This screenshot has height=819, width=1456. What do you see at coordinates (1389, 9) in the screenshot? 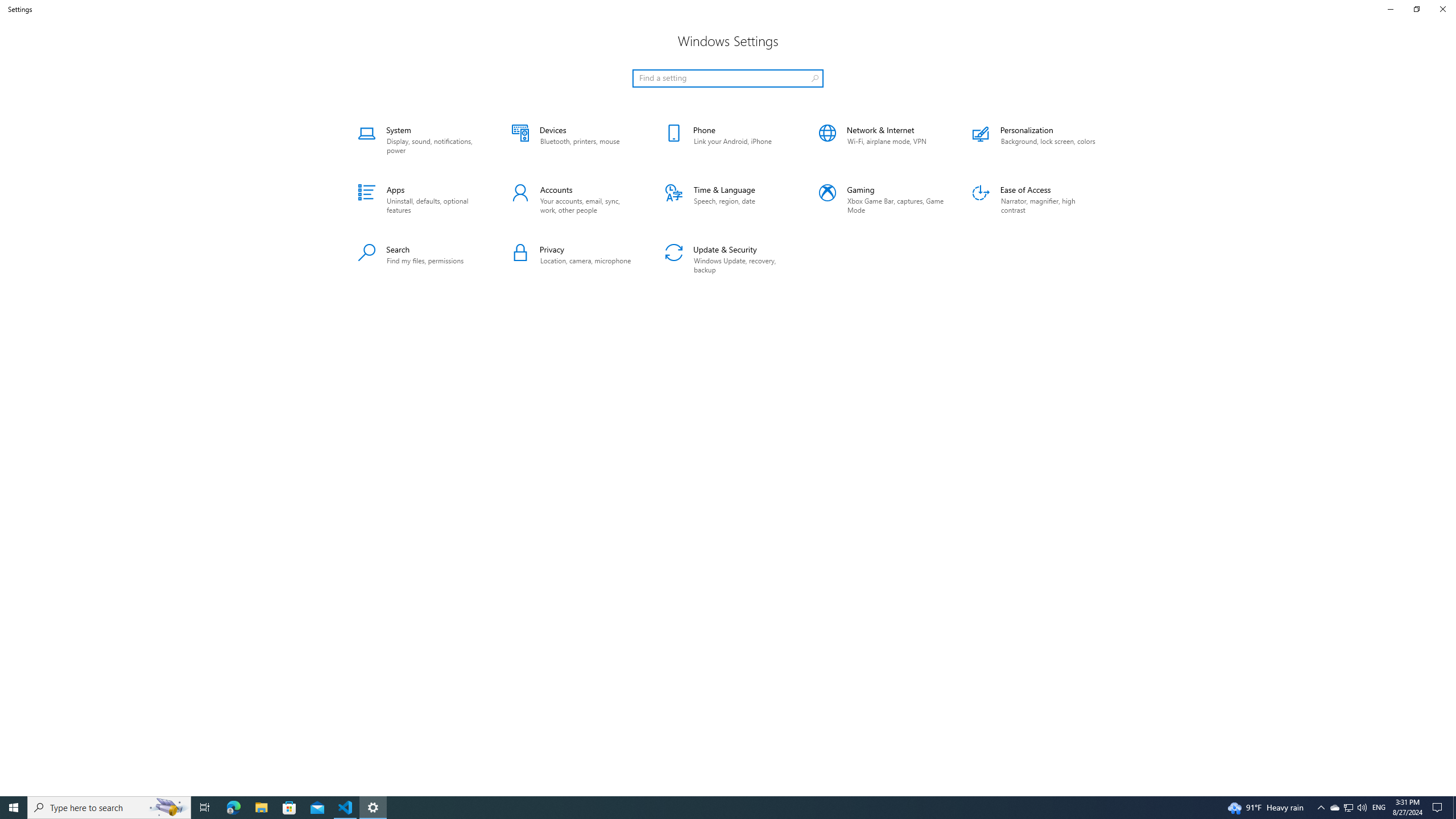
I see `'Minimize Settings'` at bounding box center [1389, 9].